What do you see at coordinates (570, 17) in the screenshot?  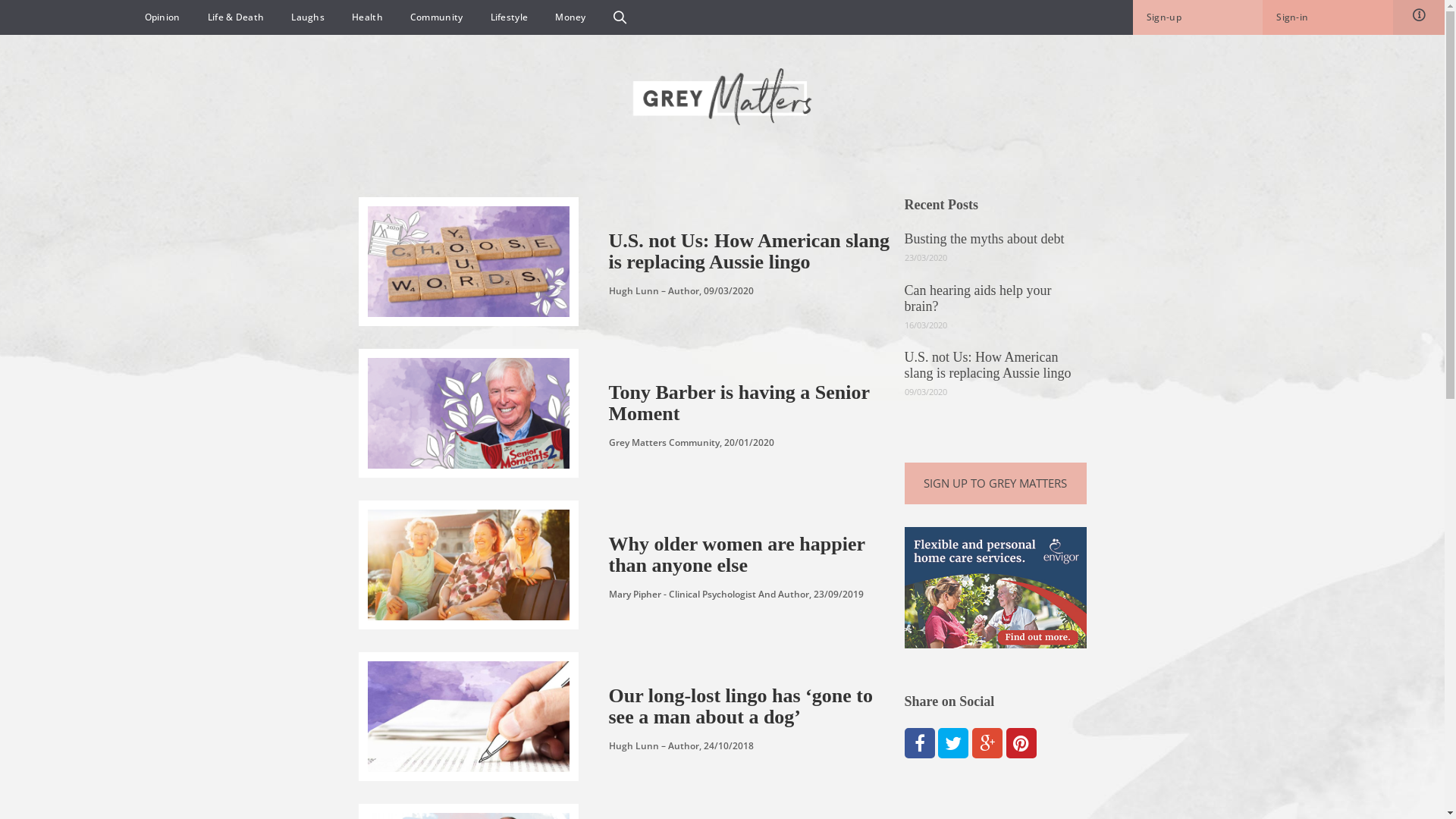 I see `'Money'` at bounding box center [570, 17].